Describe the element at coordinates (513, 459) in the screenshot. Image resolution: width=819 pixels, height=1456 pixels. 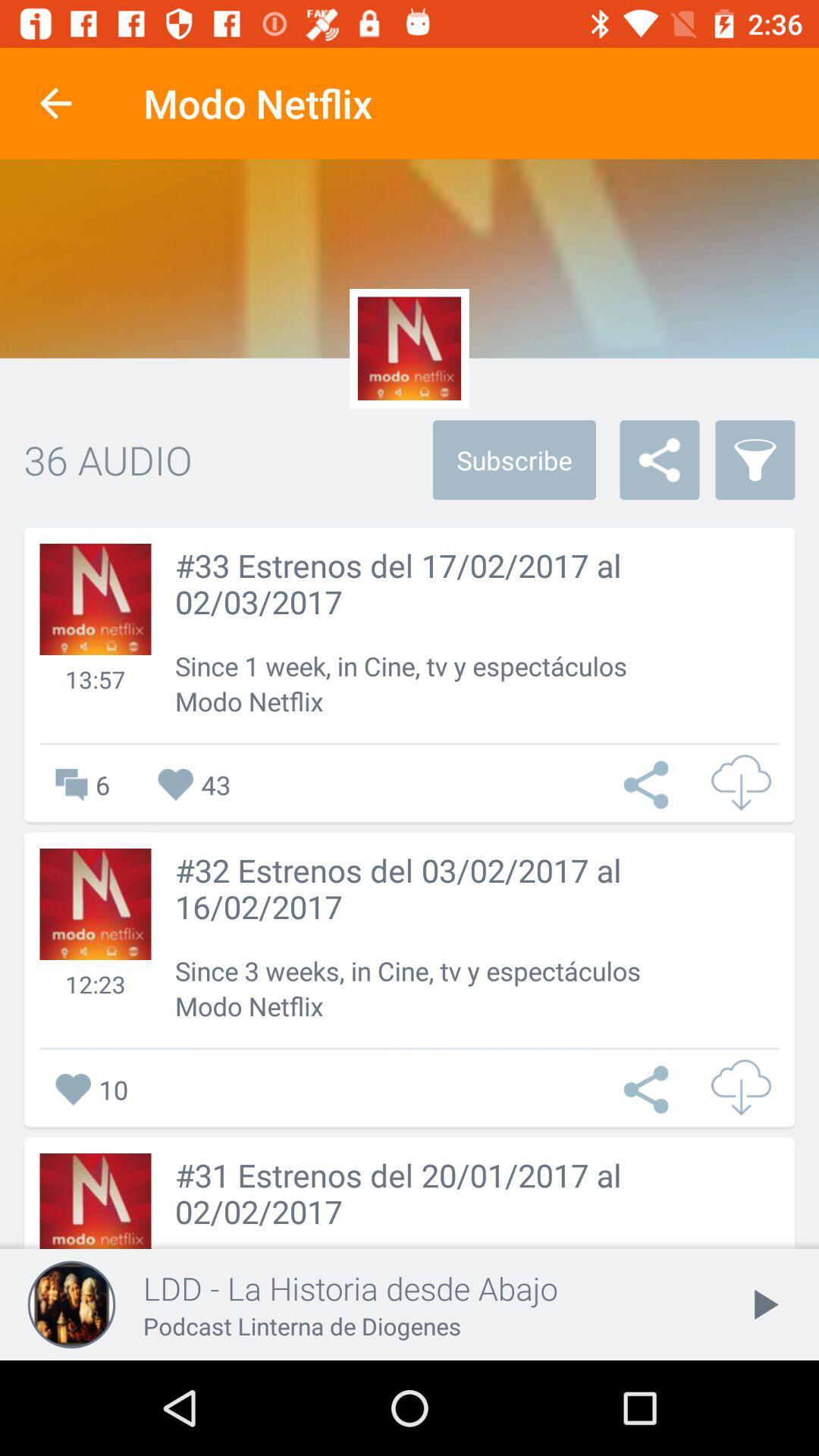
I see `the subscribe item` at that location.